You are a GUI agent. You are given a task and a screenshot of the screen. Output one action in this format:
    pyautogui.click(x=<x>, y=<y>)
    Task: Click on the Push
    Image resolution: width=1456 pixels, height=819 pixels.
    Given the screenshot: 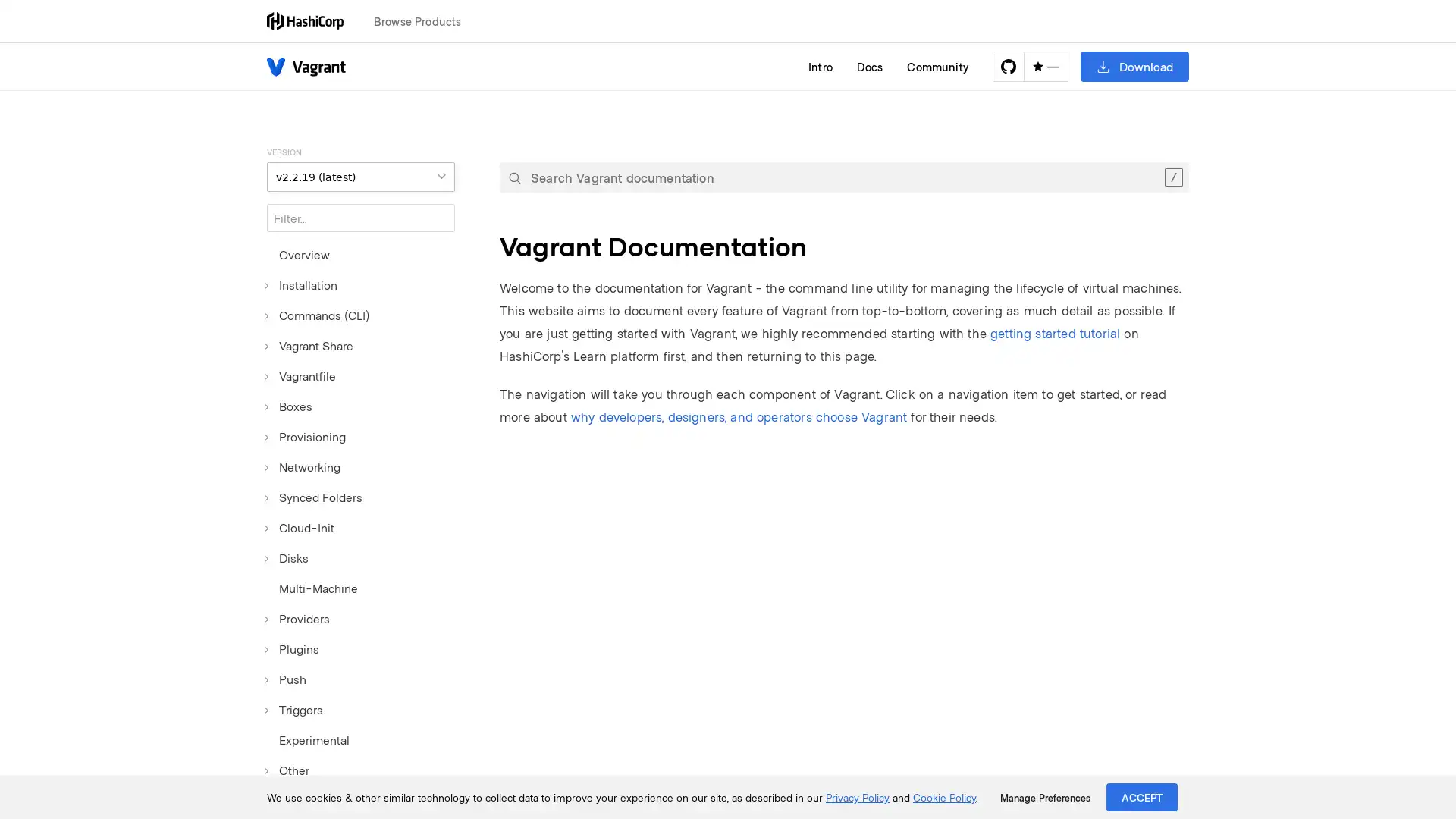 What is the action you would take?
    pyautogui.click(x=287, y=678)
    